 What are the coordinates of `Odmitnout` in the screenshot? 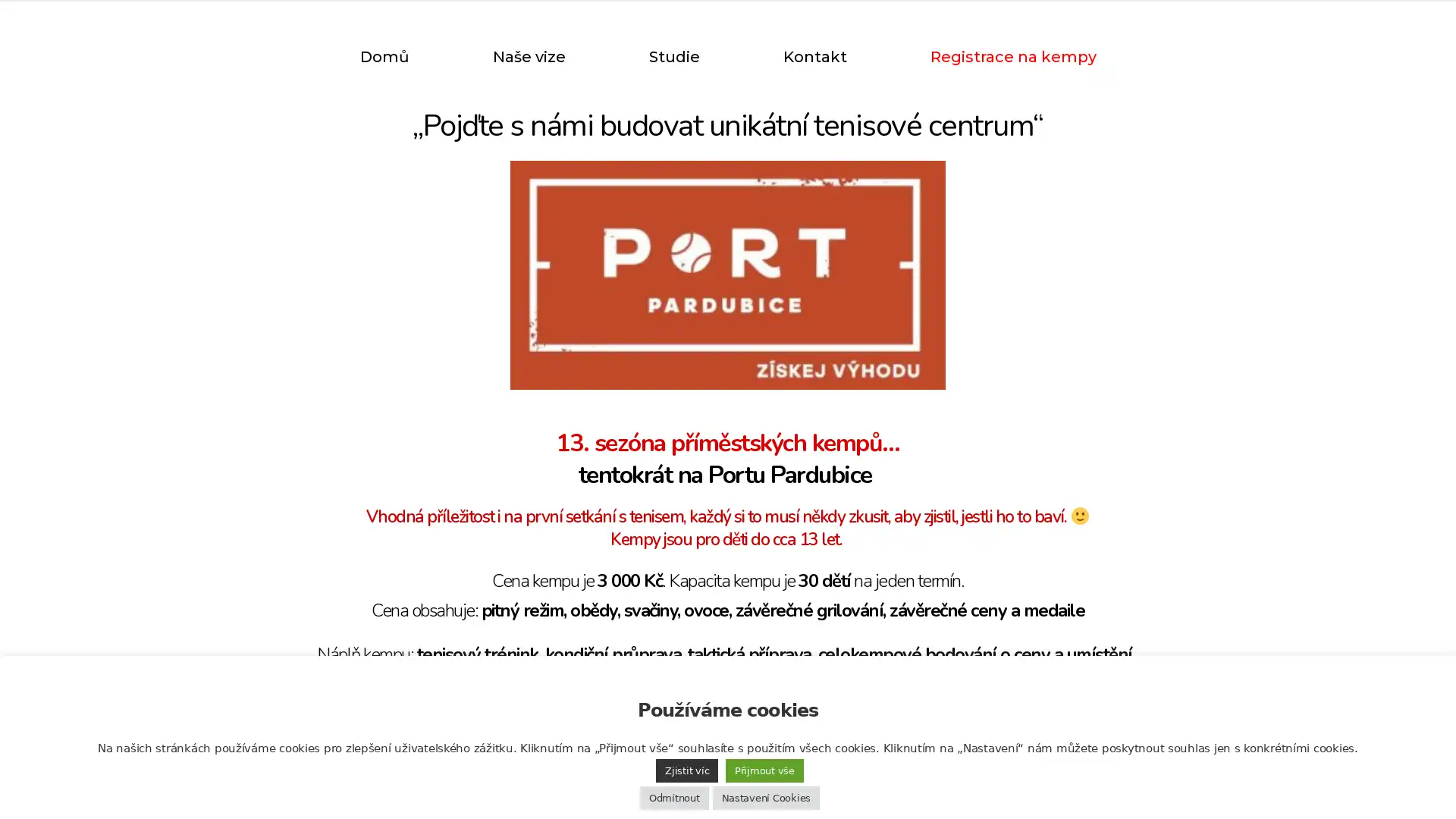 It's located at (673, 797).